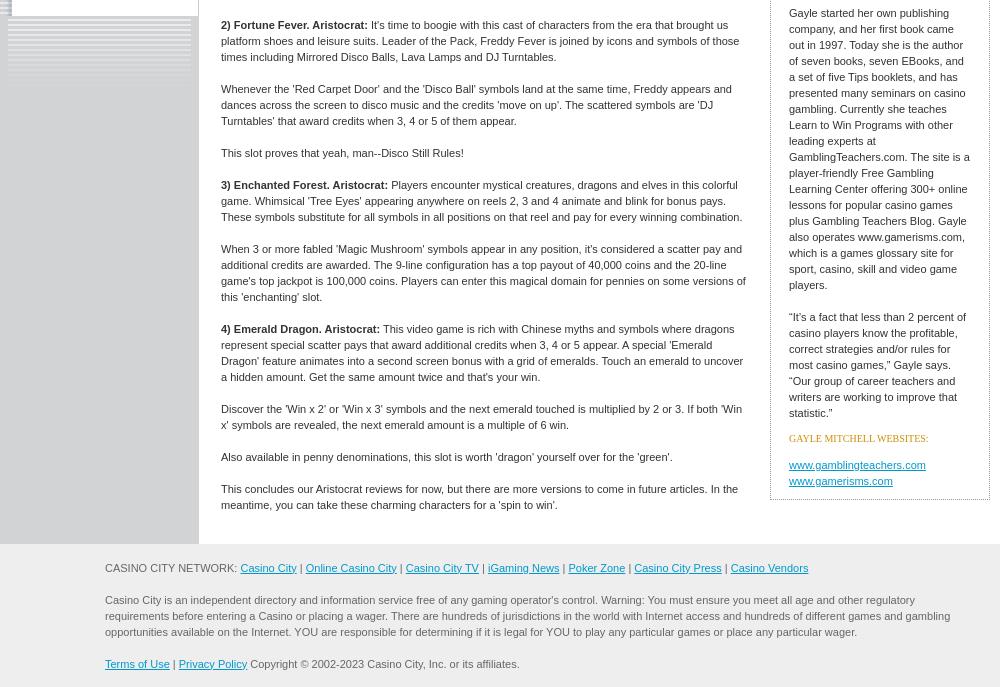 This screenshot has height=687, width=1000. I want to click on 'Players encounter mystical creatures, dragons and elves in this colorful game. Whimsical 'Tree Eyes' appearing anywhere on reels 2, 3 and 4 animate and blink for bonus pays. These symbols substitute for all symbols in all positions on that reel and pay for every winning combination.', so click(480, 198).